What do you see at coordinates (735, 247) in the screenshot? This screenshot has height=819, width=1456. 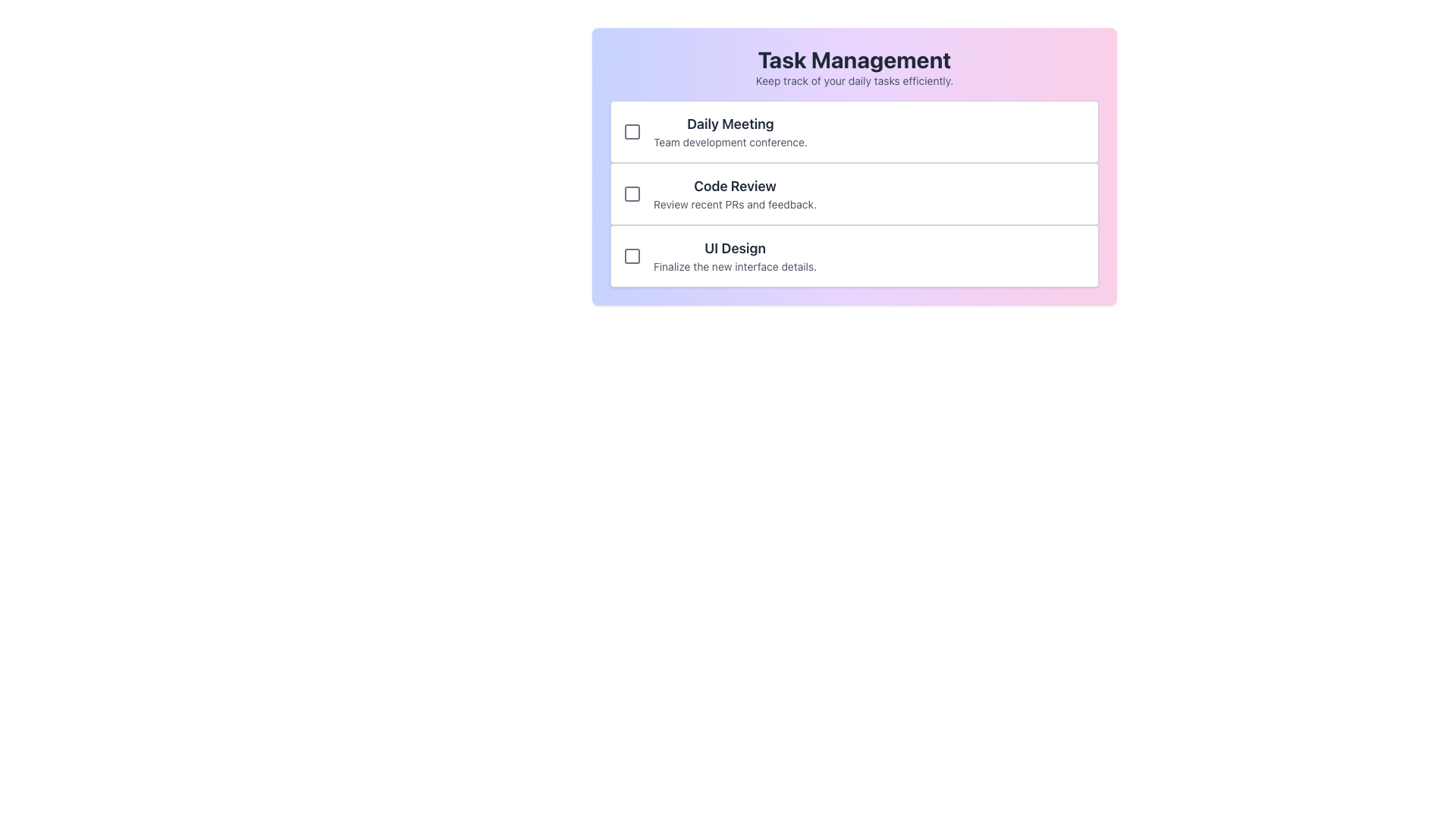 I see `the title text label of the third task entry in the task management list, which is positioned above the description text 'Finalize the new interface details.'` at bounding box center [735, 247].